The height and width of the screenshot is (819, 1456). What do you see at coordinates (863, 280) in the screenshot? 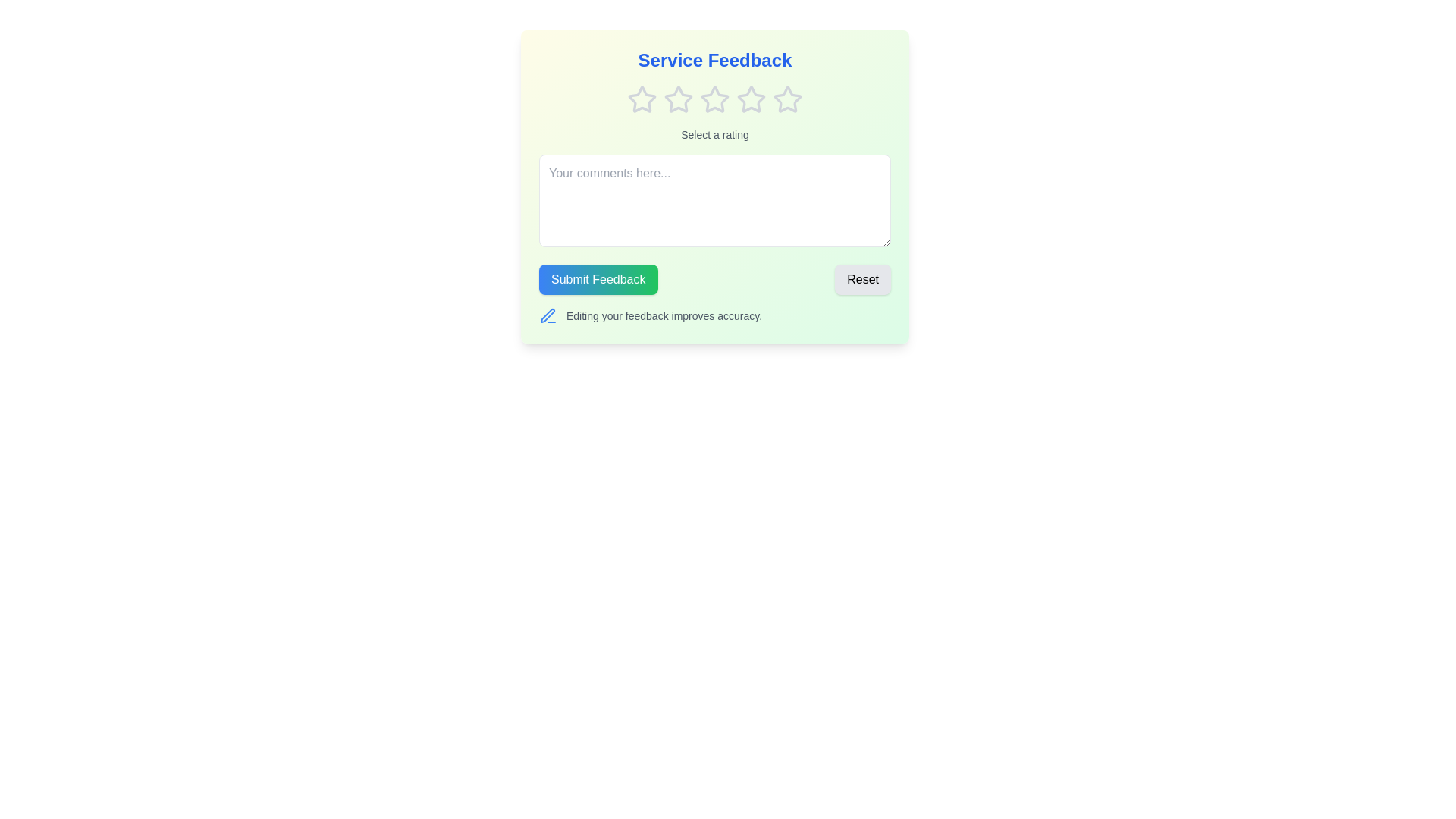
I see `the 'Reset' button located to the right of the 'Submit Feedback' button at the bottom of the feedback form via keyboard navigation` at bounding box center [863, 280].